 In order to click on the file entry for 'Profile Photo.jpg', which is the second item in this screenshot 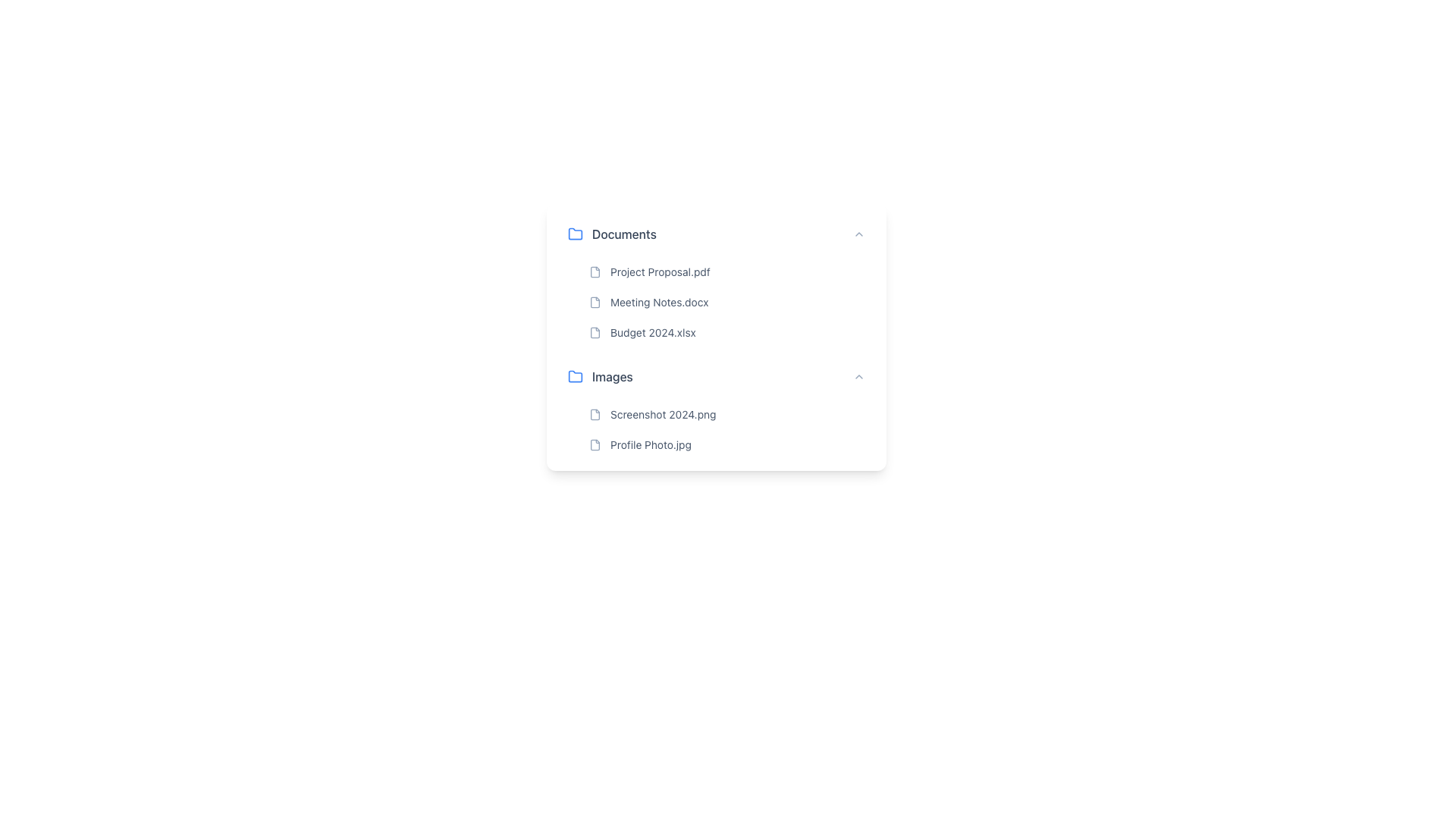, I will do `click(728, 444)`.